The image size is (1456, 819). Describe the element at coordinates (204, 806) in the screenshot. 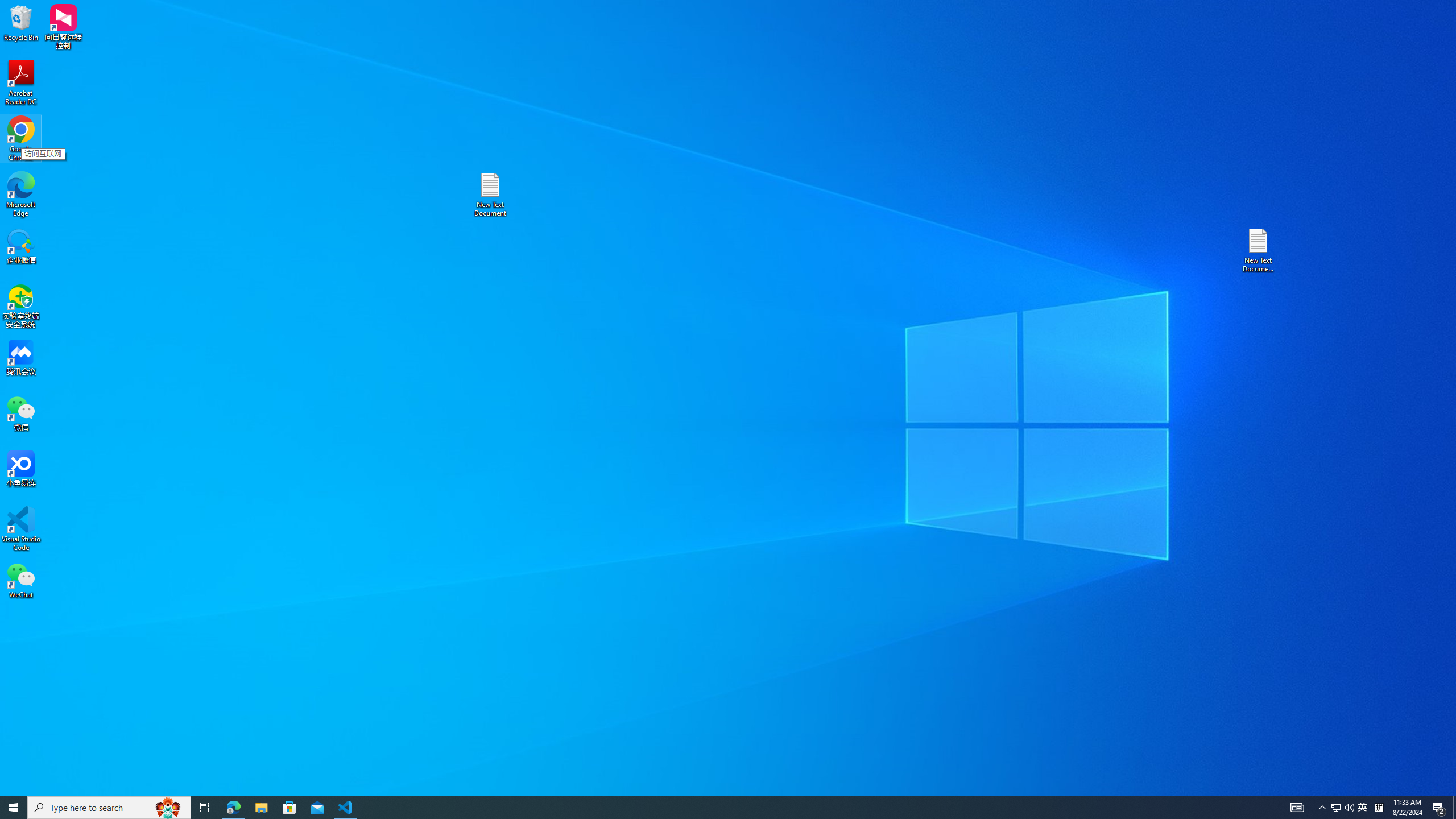

I see `'Task View'` at that location.